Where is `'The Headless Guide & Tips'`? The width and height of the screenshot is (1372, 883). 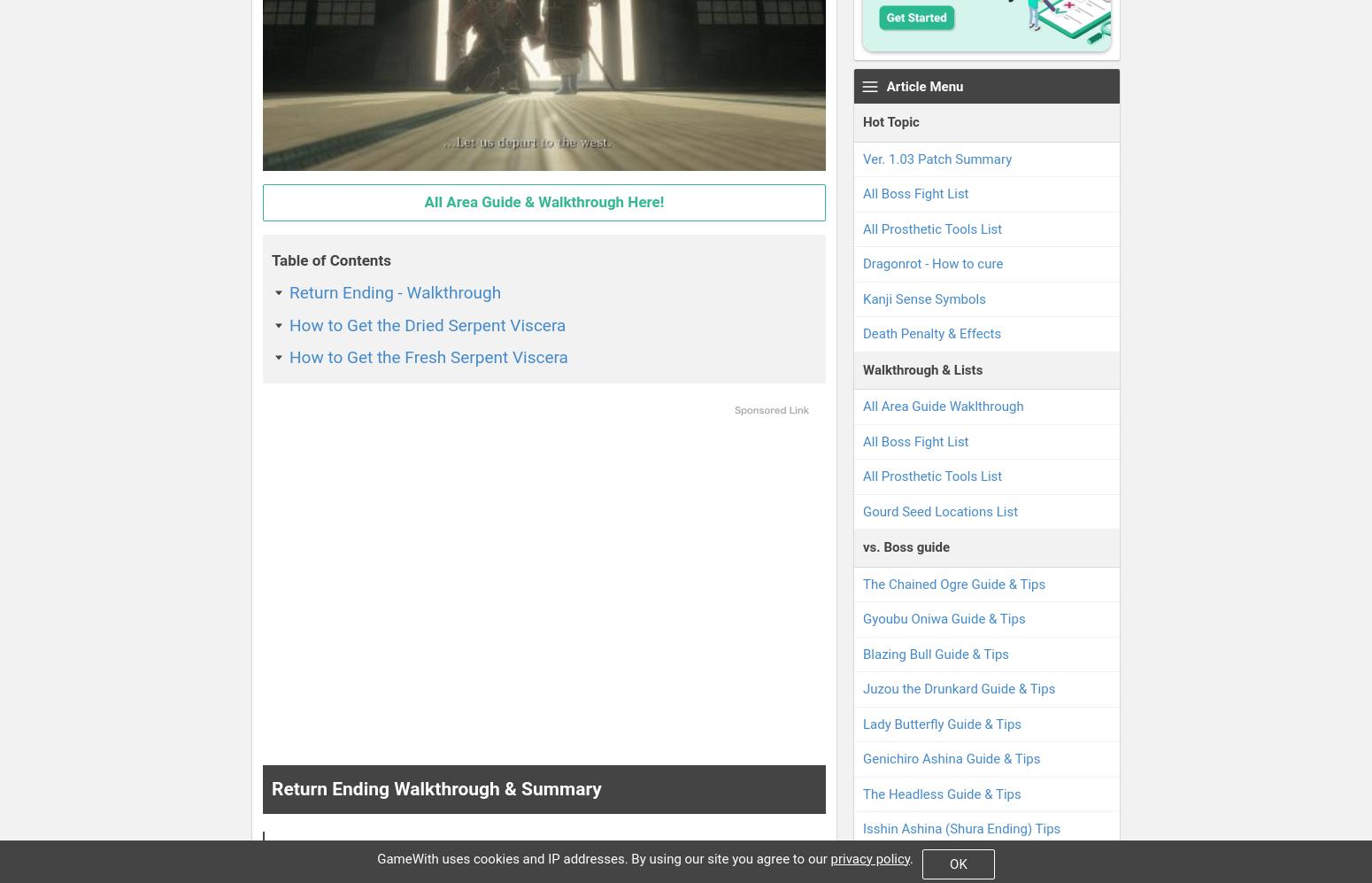
'The Headless Guide & Tips' is located at coordinates (942, 793).